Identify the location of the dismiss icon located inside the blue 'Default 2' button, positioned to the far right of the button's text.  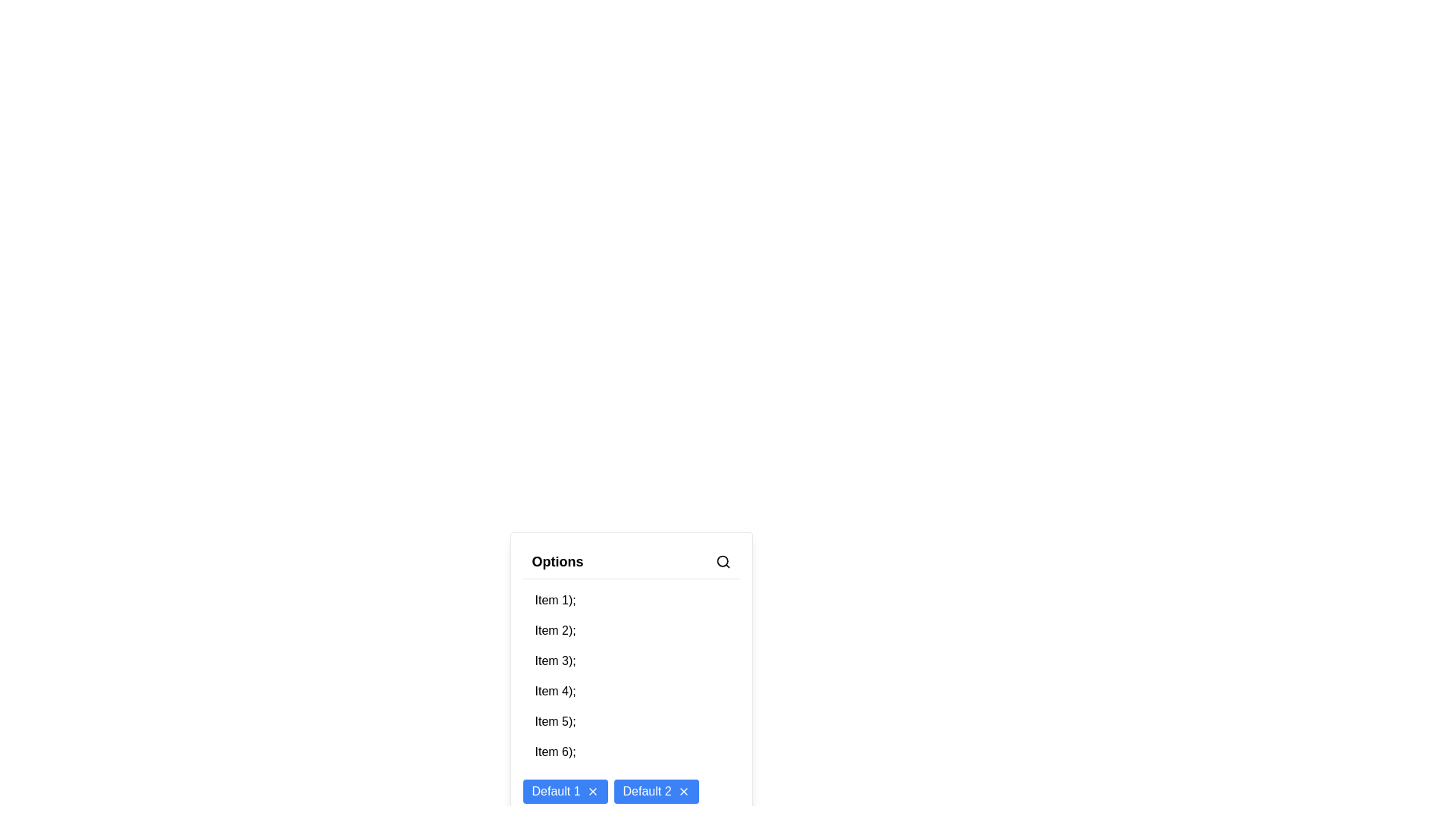
(682, 791).